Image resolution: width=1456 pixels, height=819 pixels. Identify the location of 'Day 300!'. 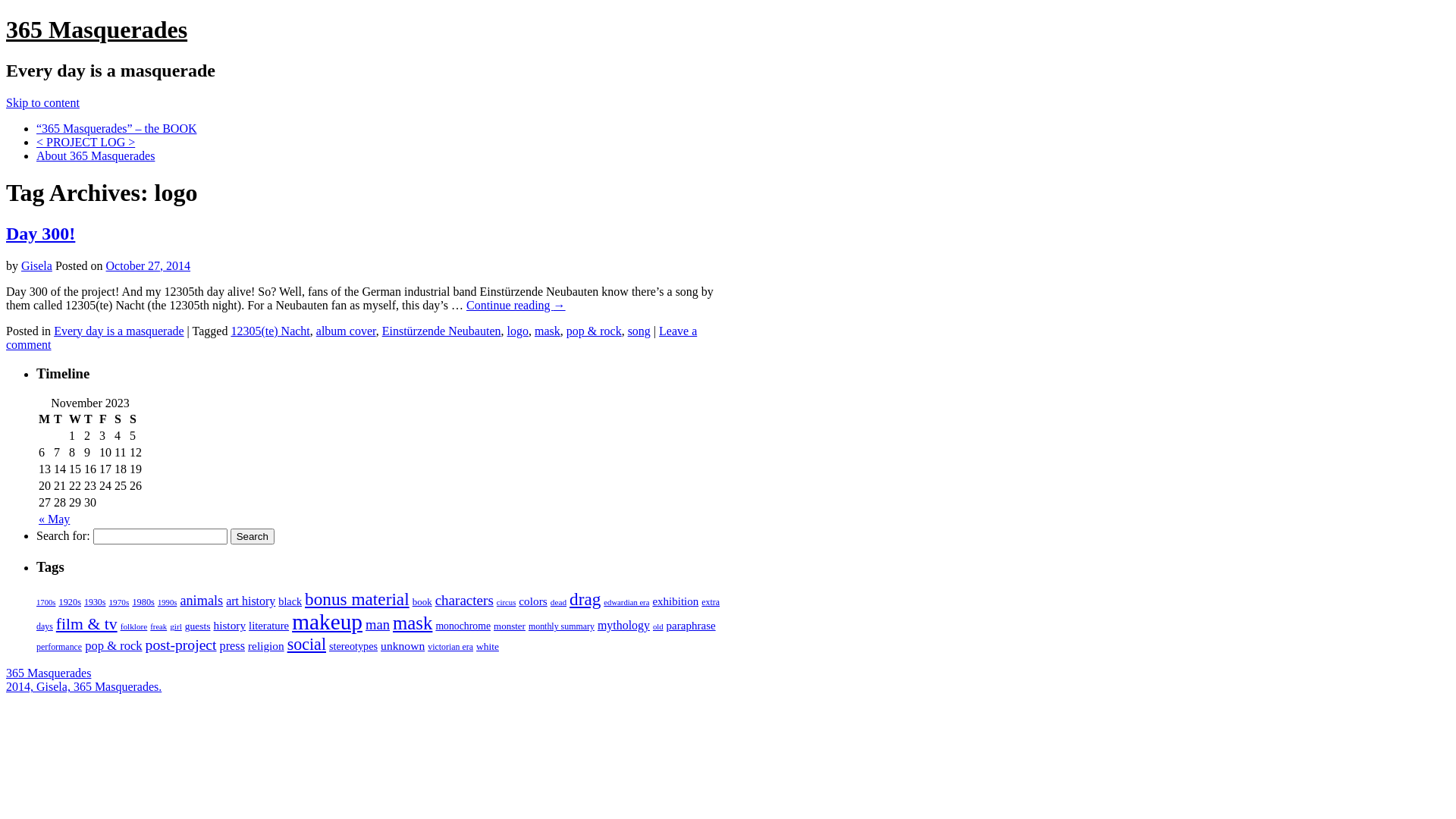
(40, 234).